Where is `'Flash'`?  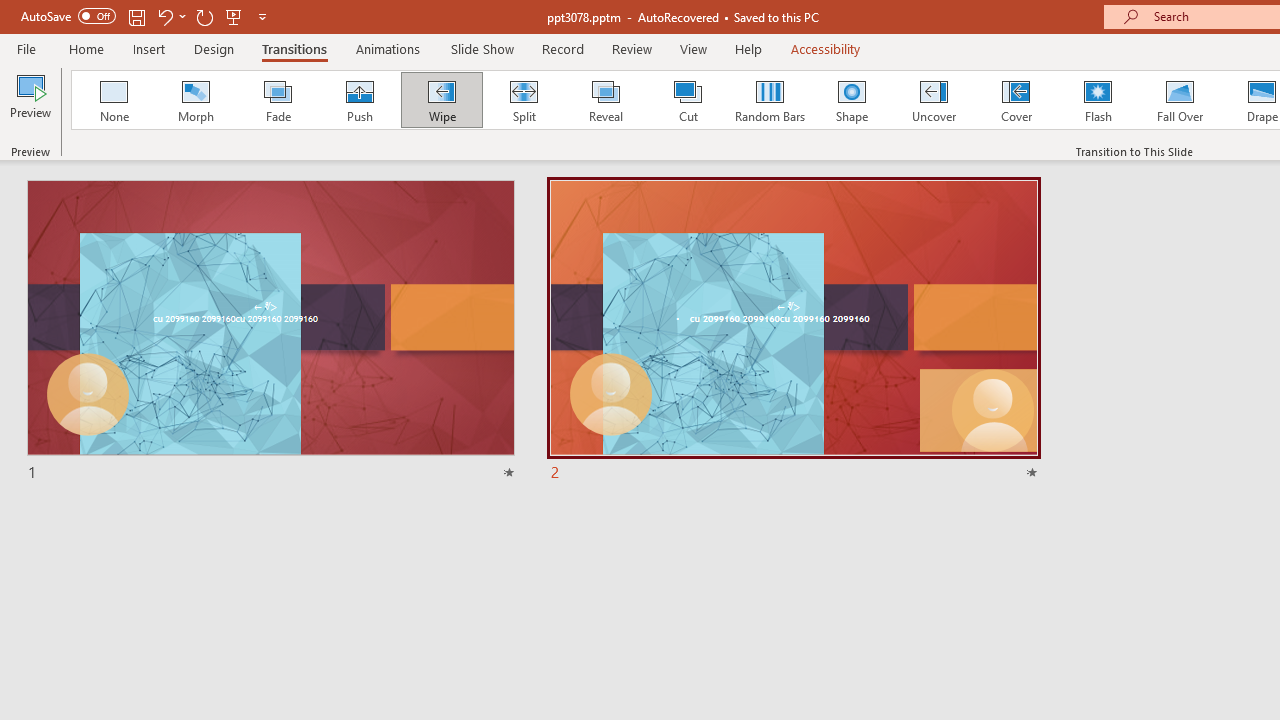 'Flash' is located at coordinates (1097, 100).